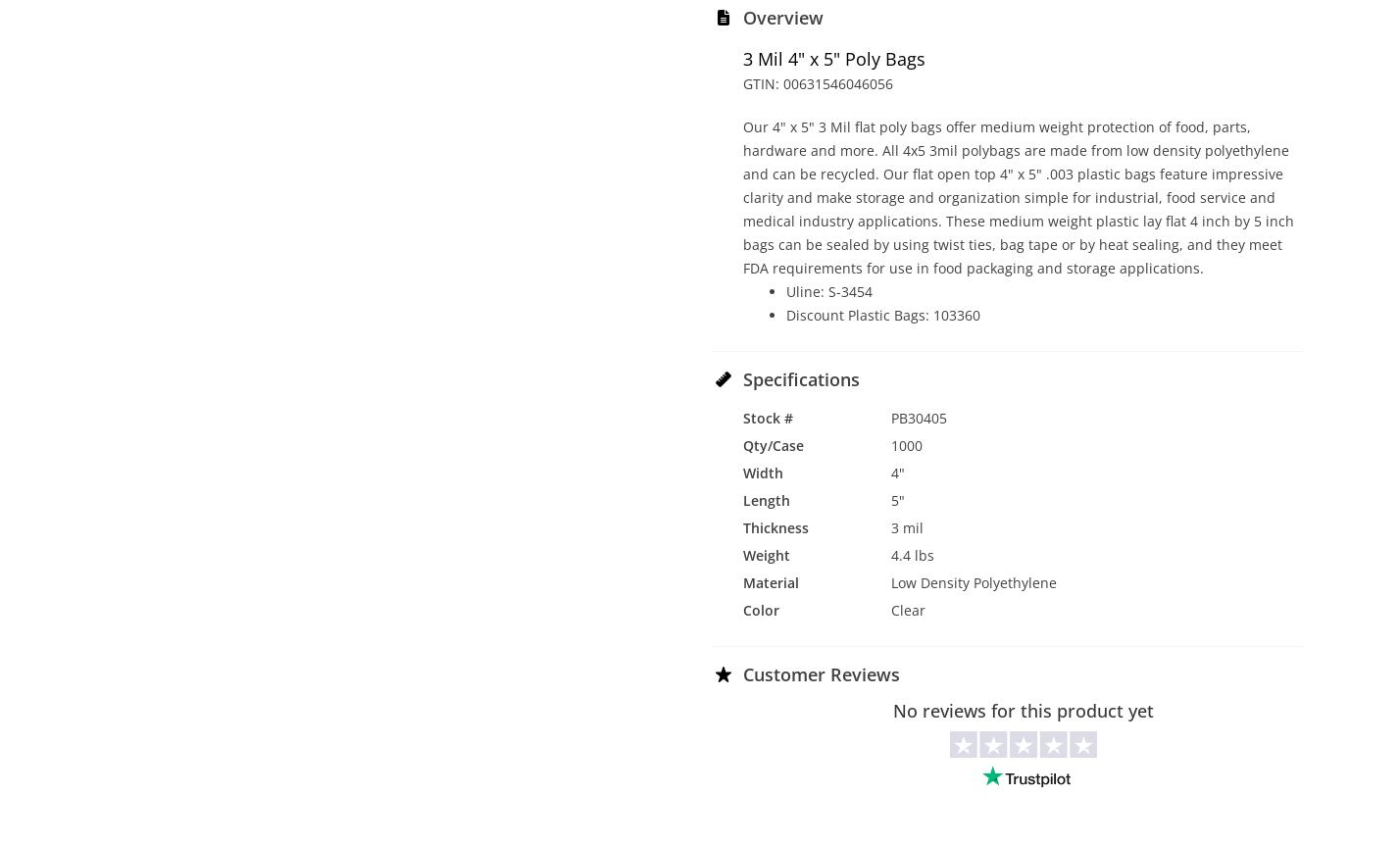  I want to click on '30-Day Returns & Exchanges', so click(877, 720).